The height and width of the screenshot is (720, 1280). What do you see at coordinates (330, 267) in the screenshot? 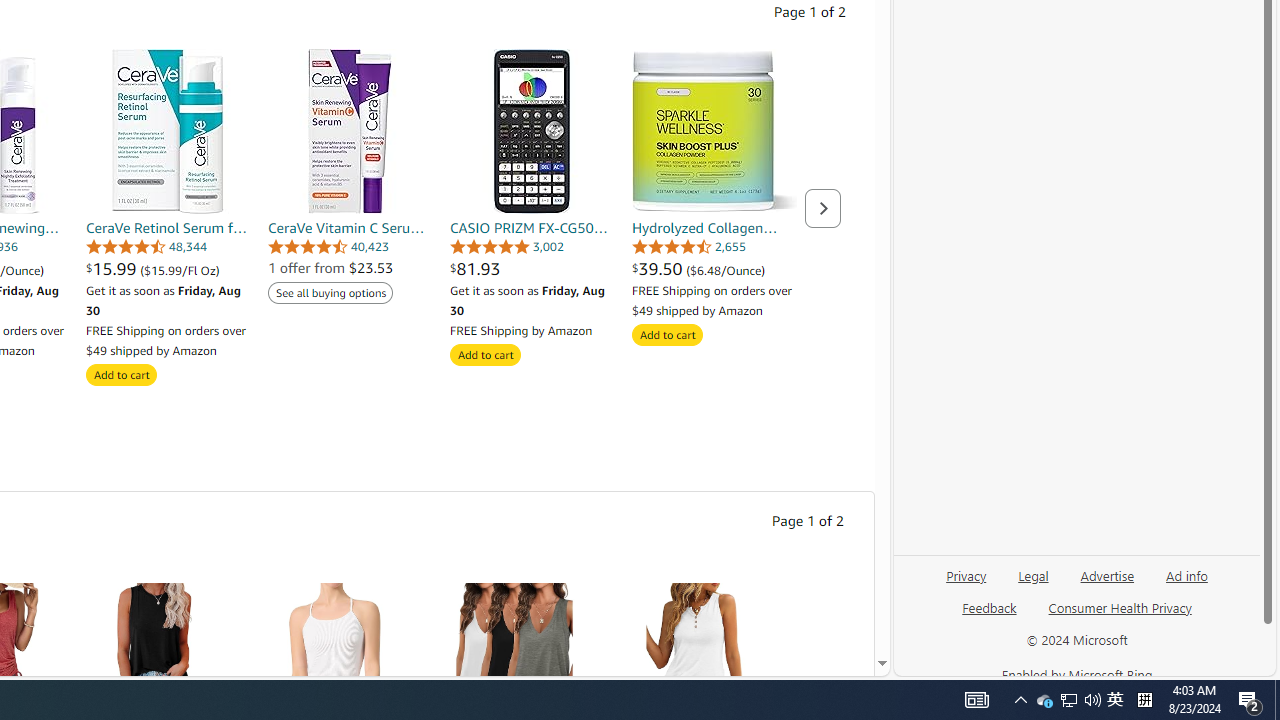
I see `'1 offer from $23.53'` at bounding box center [330, 267].